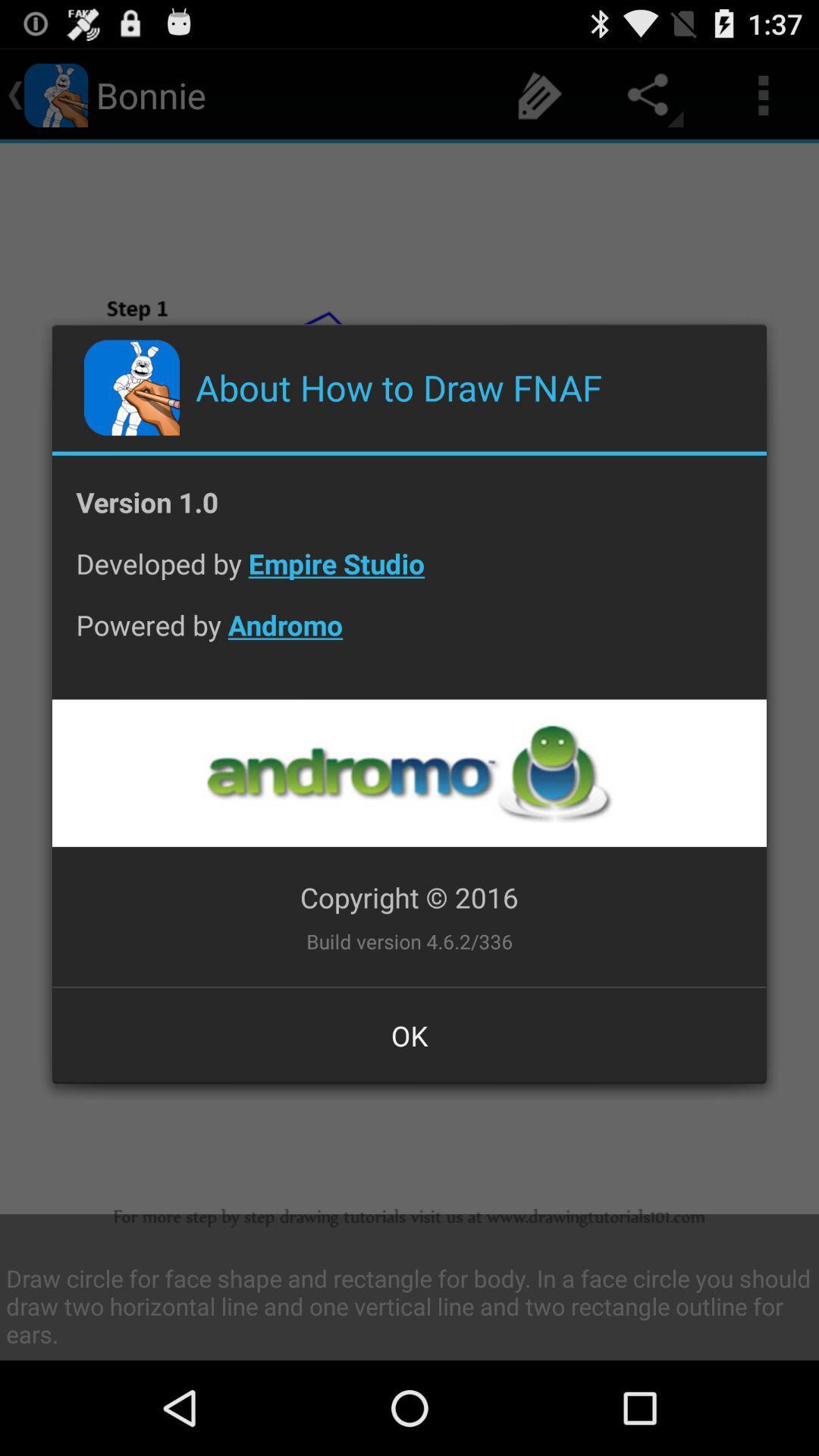 The height and width of the screenshot is (1456, 819). What do you see at coordinates (409, 574) in the screenshot?
I see `item below the version 1.0 icon` at bounding box center [409, 574].